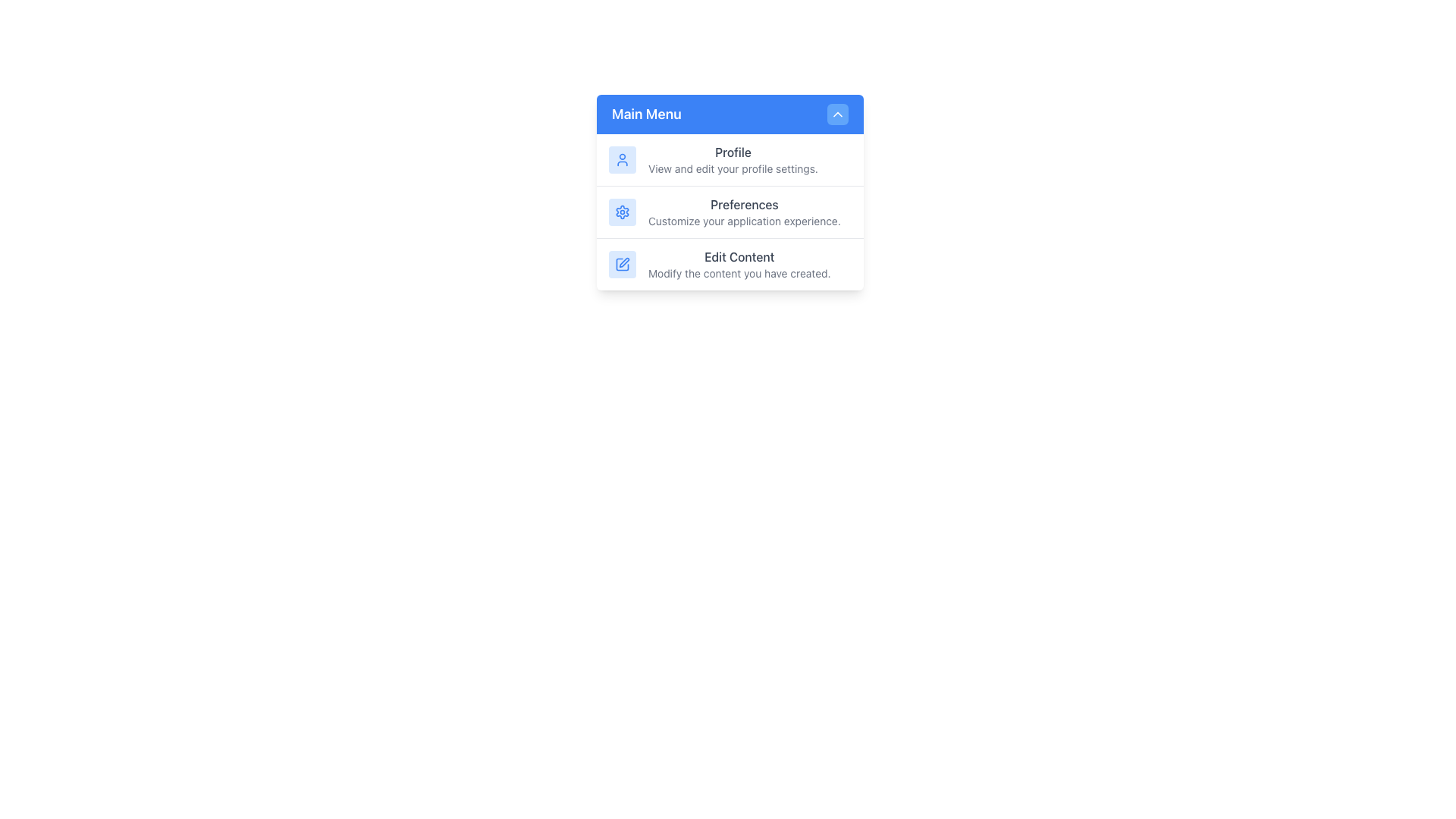 The width and height of the screenshot is (1456, 819). Describe the element at coordinates (622, 263) in the screenshot. I see `the 'Edit Content' icon` at that location.